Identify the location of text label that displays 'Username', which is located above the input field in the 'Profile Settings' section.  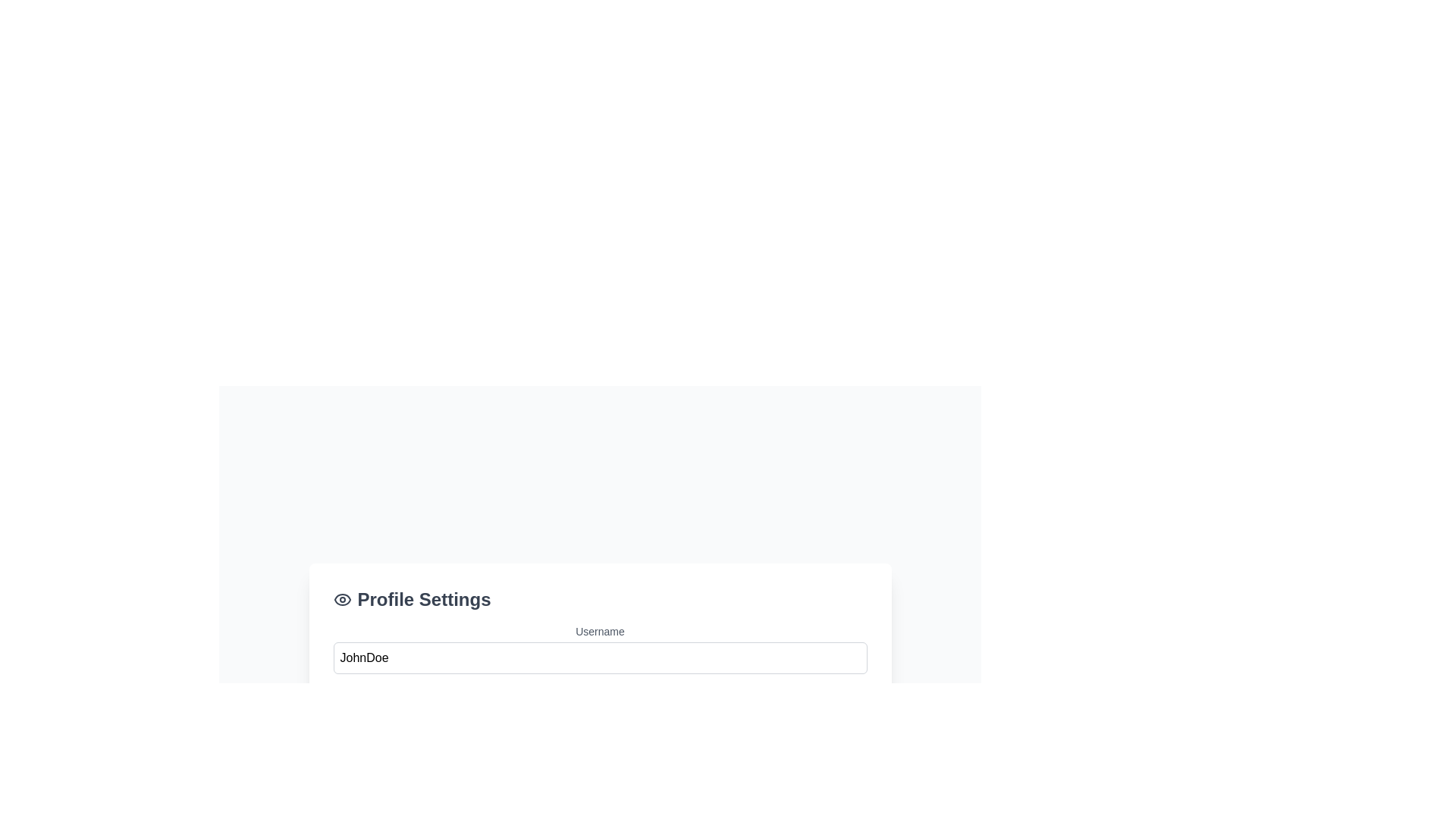
(599, 632).